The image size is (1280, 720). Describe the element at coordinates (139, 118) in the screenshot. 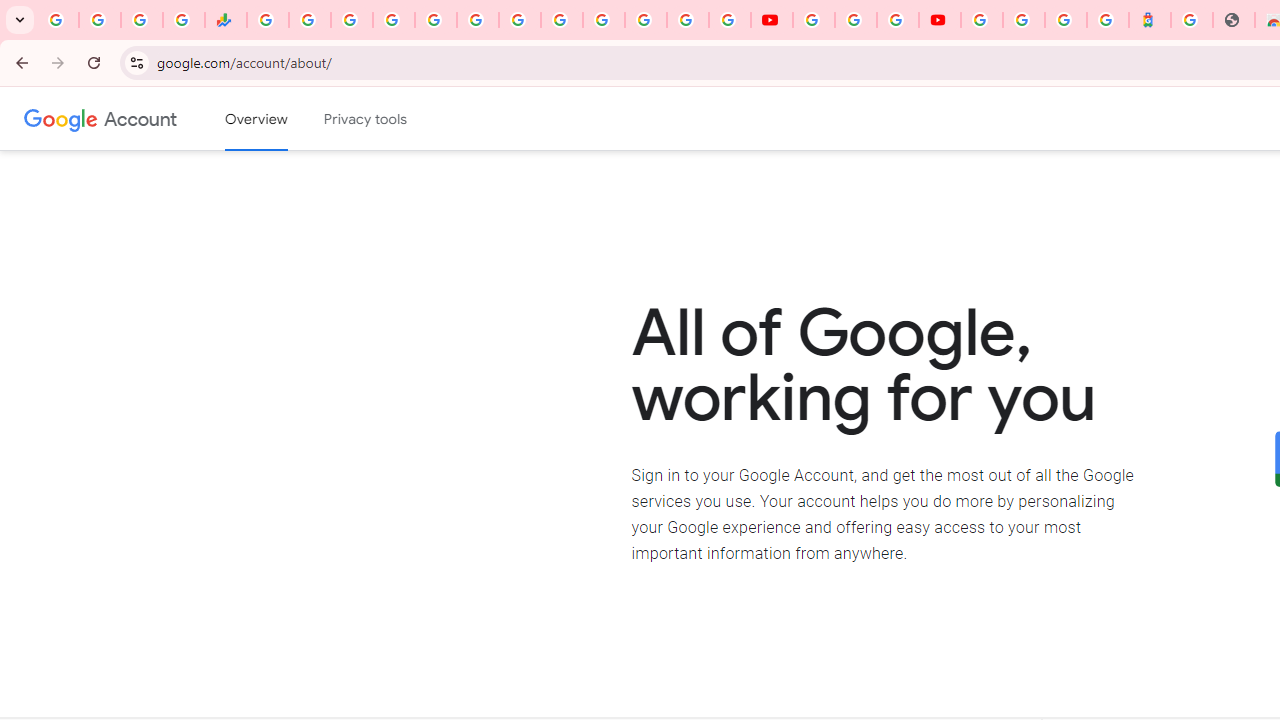

I see `'Google Account'` at that location.